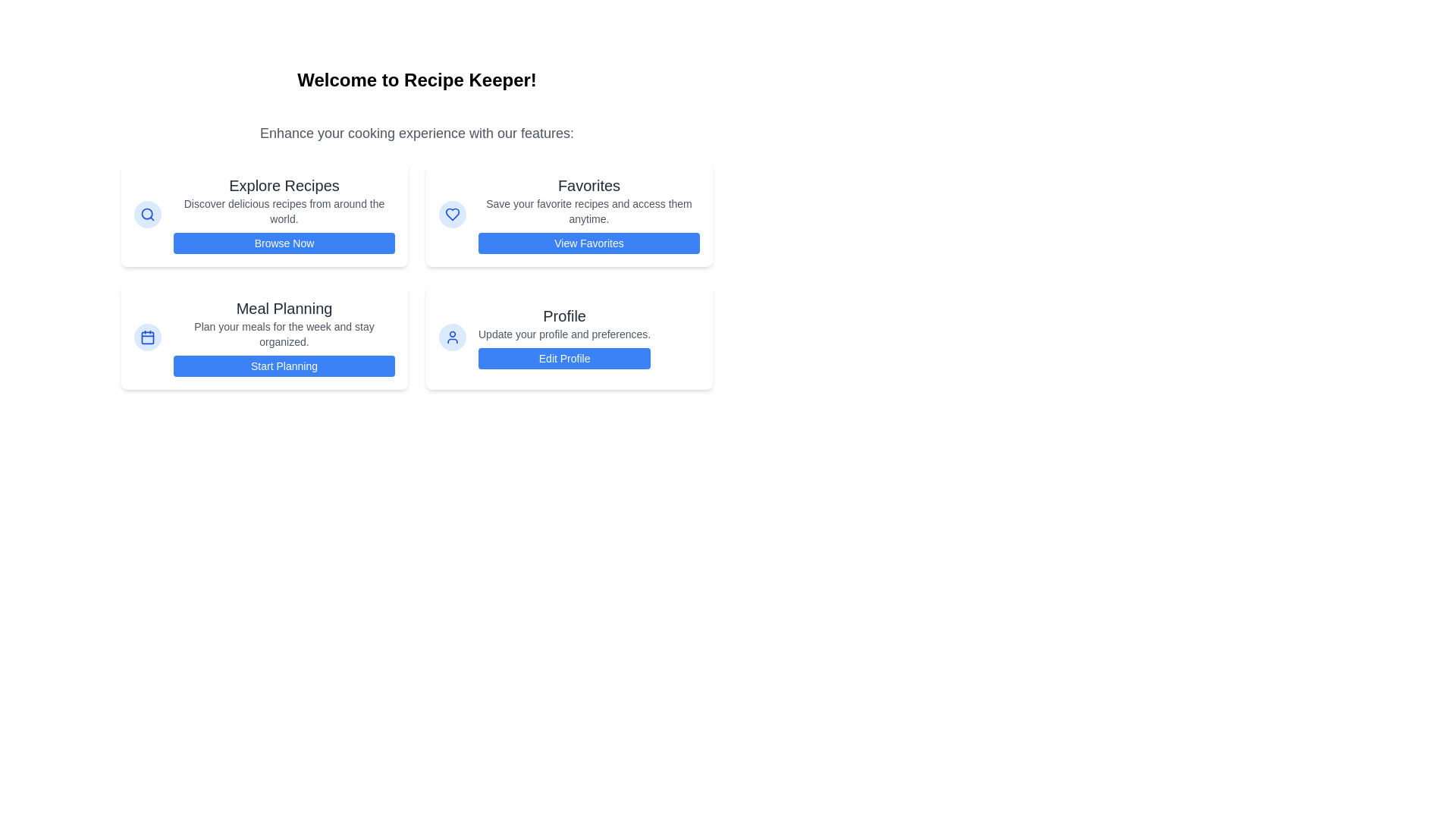 This screenshot has height=819, width=1456. What do you see at coordinates (284, 366) in the screenshot?
I see `the button labeled 'Start Planning' with a blue background` at bounding box center [284, 366].